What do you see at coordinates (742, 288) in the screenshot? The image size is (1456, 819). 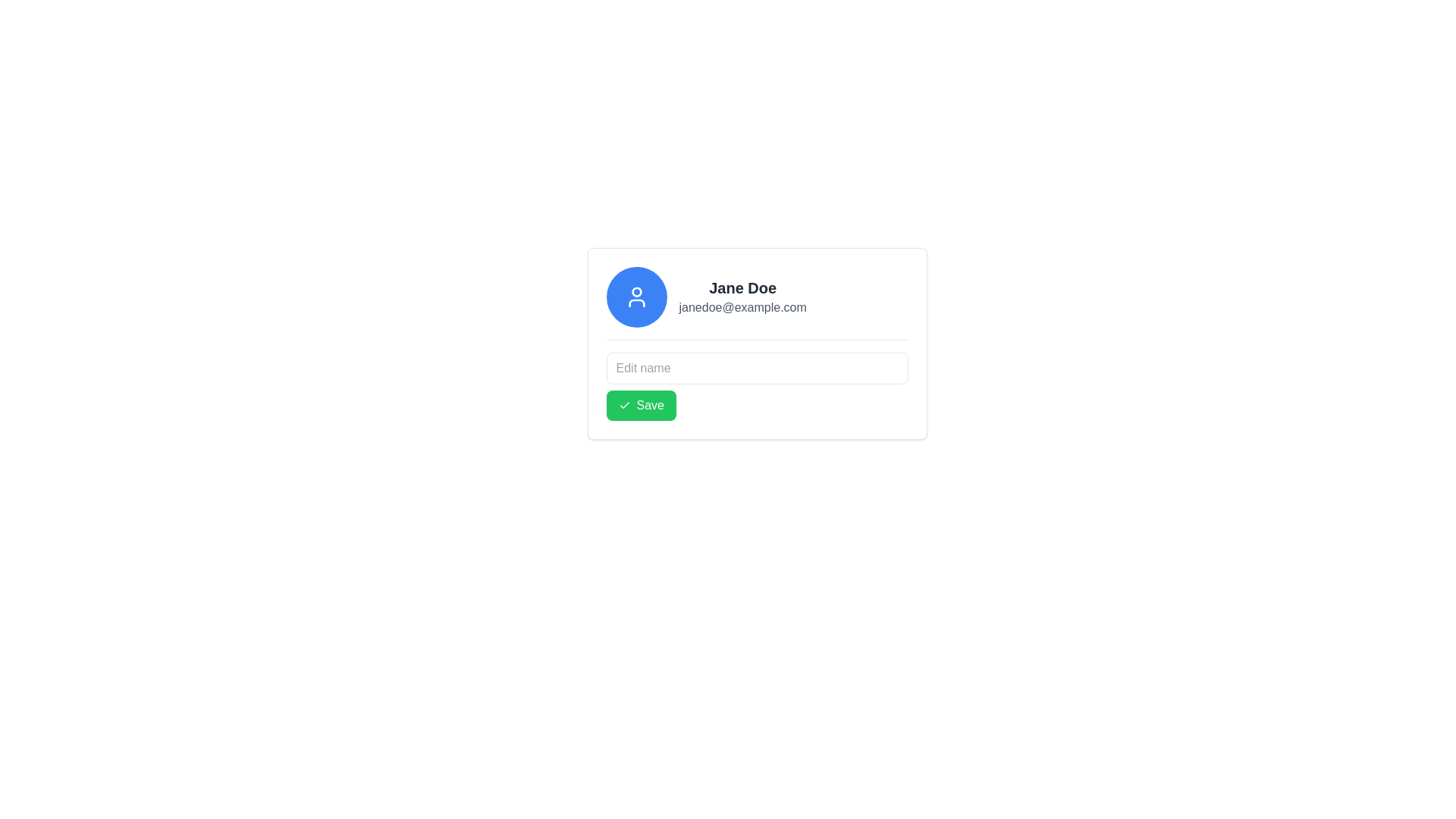 I see `the static text label displaying the user's full name, located at the top center of the card-like layout, to the right of the circular avatar icon` at bounding box center [742, 288].